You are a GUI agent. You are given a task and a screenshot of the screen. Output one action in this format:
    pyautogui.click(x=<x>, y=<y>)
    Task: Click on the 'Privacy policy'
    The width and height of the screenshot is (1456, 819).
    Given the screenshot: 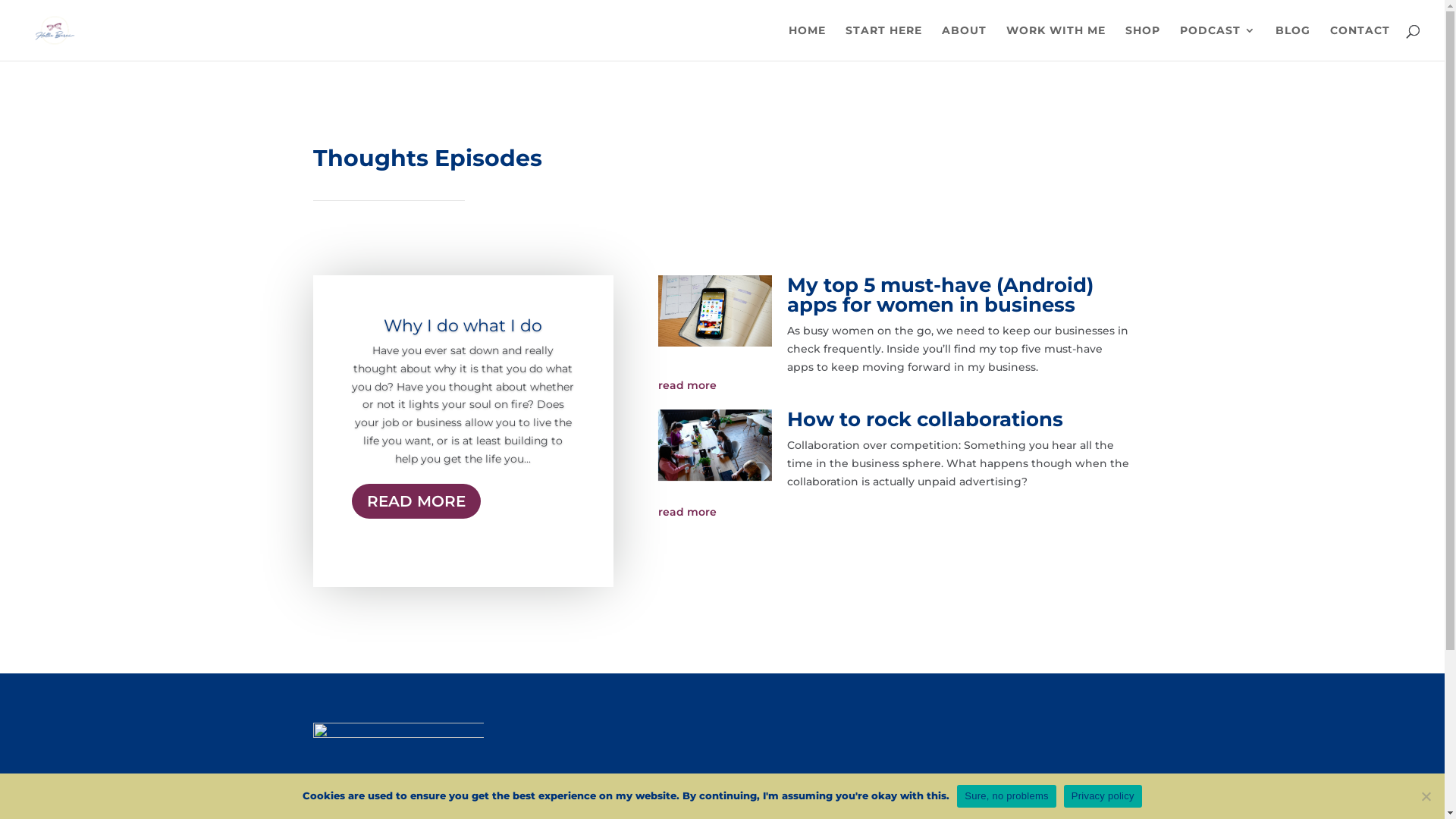 What is the action you would take?
    pyautogui.click(x=1103, y=795)
    